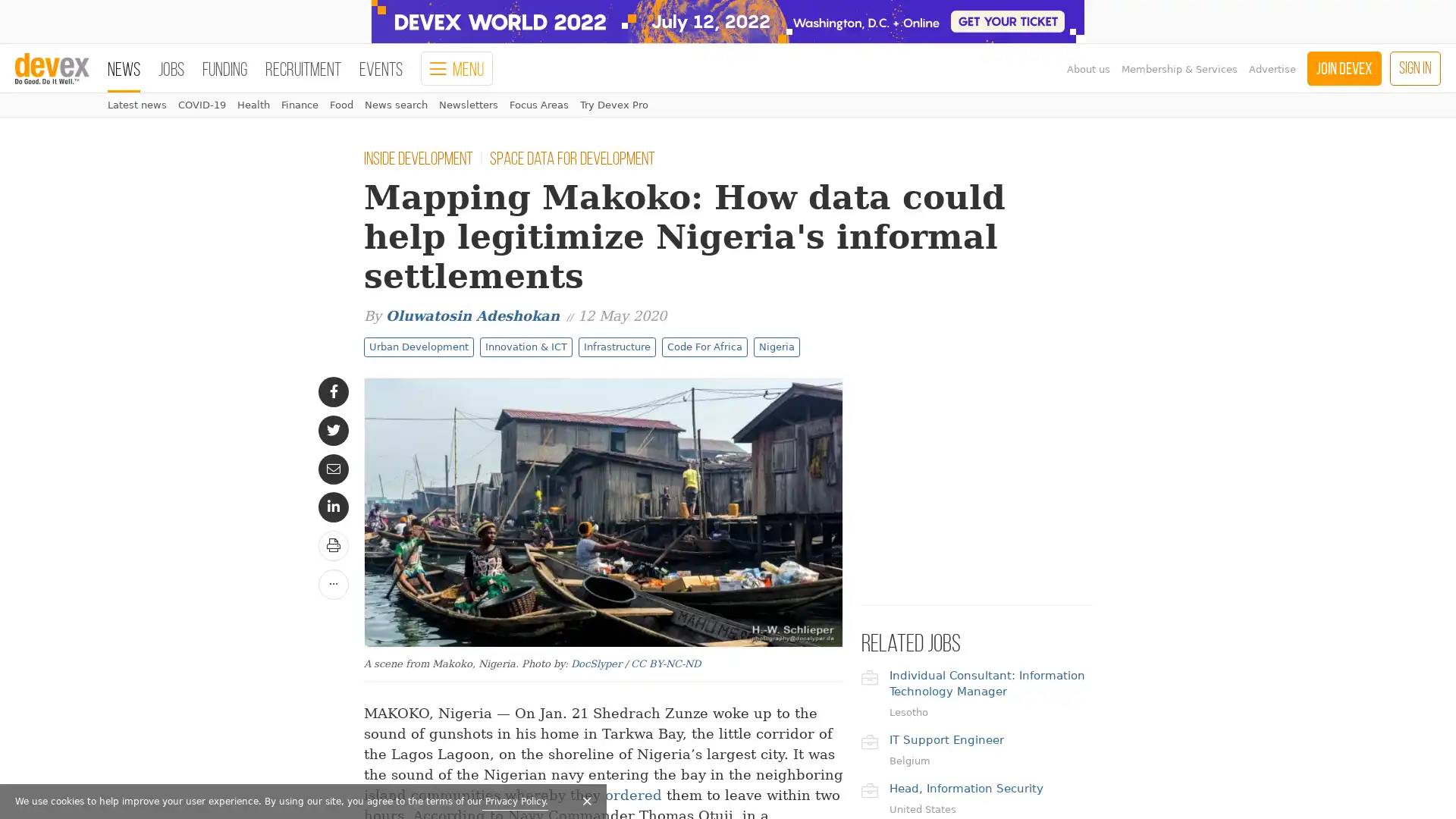 This screenshot has width=1456, height=819. Describe the element at coordinates (456, 68) in the screenshot. I see `Menu` at that location.